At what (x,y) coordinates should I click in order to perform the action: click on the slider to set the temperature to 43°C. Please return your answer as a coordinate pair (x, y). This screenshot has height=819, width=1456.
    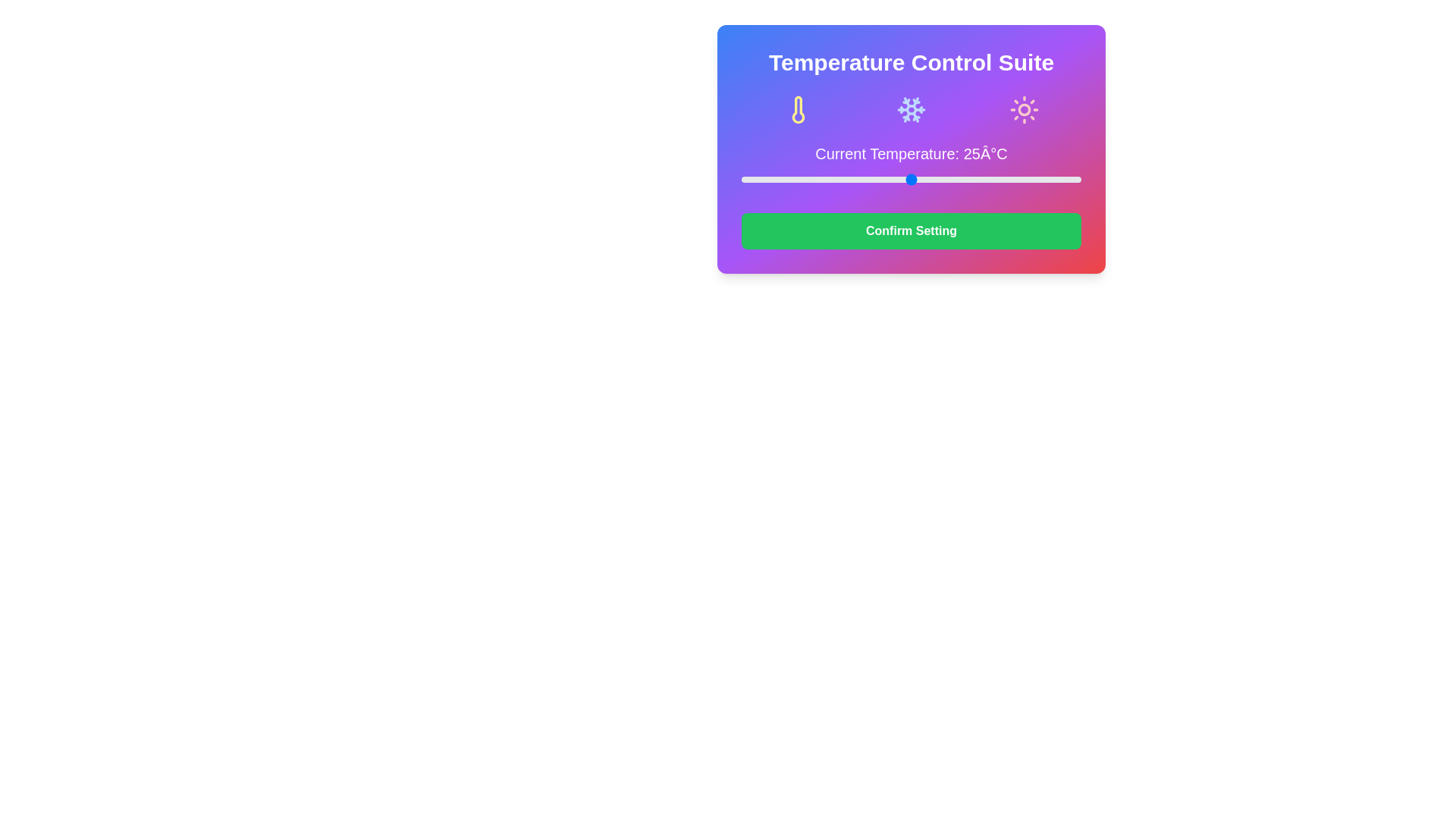
    Looking at the image, I should click on (1033, 178).